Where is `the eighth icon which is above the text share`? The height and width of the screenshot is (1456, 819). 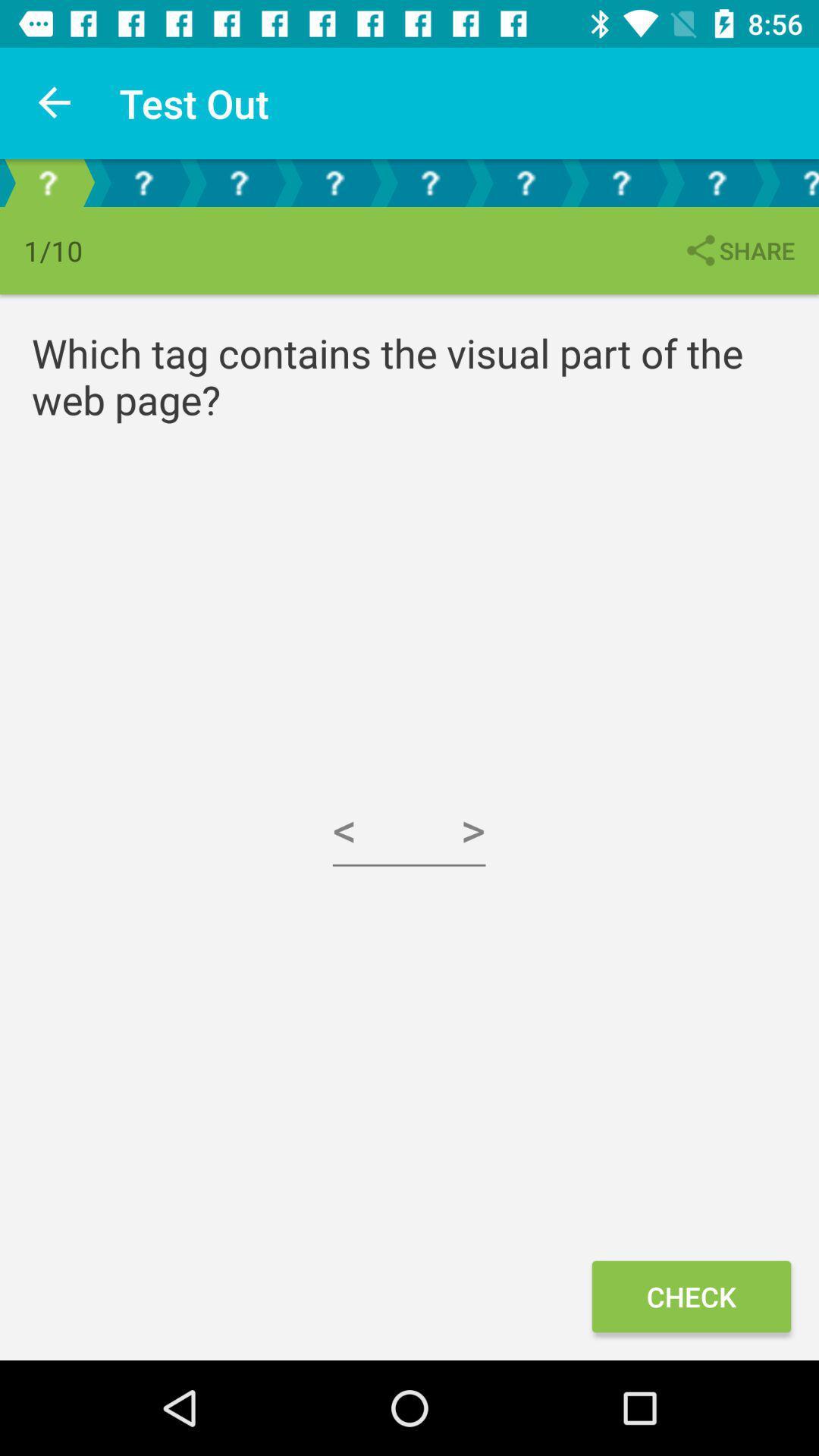
the eighth icon which is above the text share is located at coordinates (717, 182).